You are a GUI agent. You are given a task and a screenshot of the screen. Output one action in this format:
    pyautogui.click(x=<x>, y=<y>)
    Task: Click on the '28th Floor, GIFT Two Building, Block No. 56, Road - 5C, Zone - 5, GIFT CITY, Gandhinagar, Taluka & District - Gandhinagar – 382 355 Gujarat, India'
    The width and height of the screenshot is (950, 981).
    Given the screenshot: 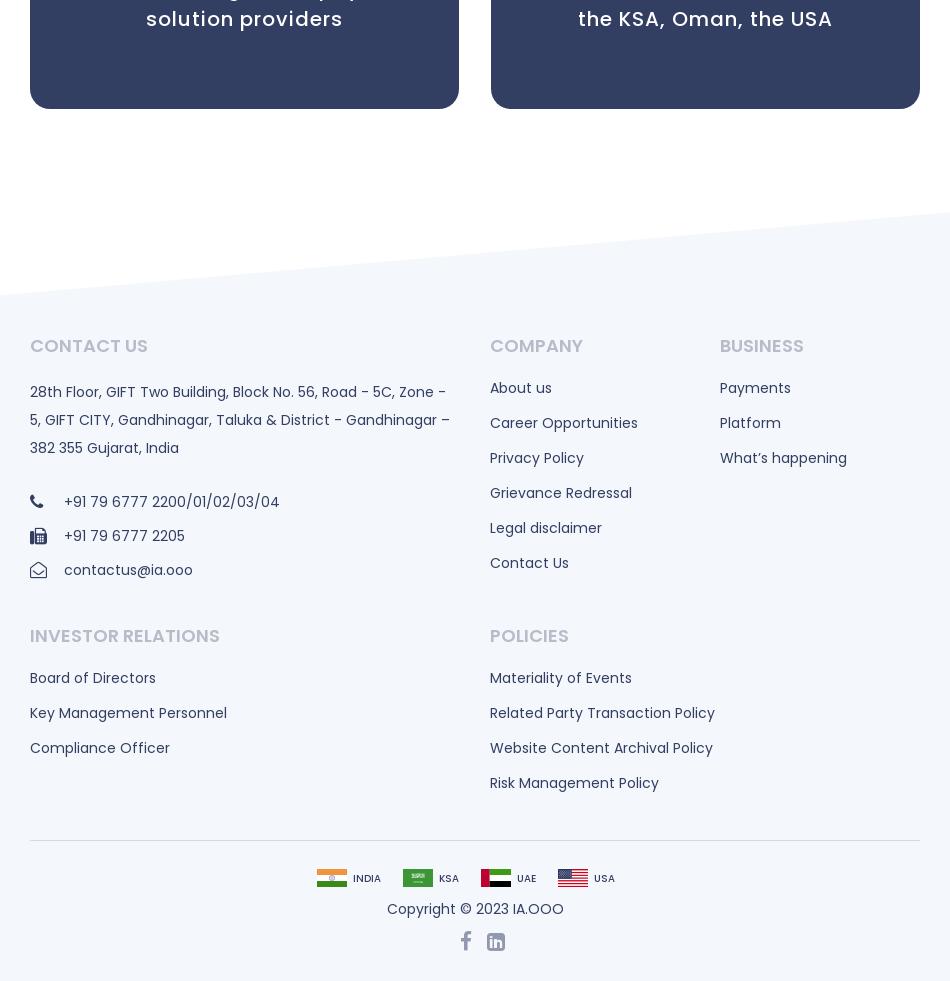 What is the action you would take?
    pyautogui.click(x=238, y=418)
    